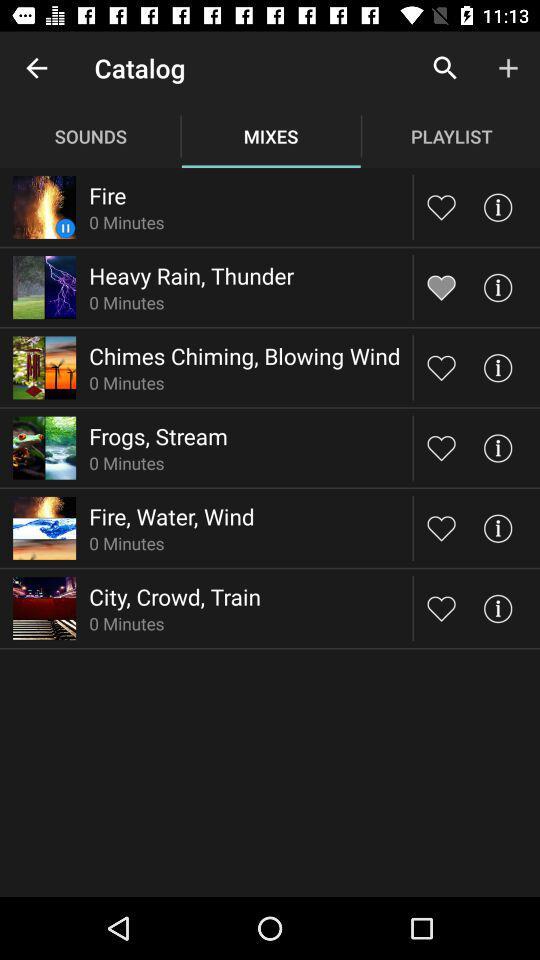 The image size is (540, 960). What do you see at coordinates (441, 447) in the screenshot?
I see `the song` at bounding box center [441, 447].